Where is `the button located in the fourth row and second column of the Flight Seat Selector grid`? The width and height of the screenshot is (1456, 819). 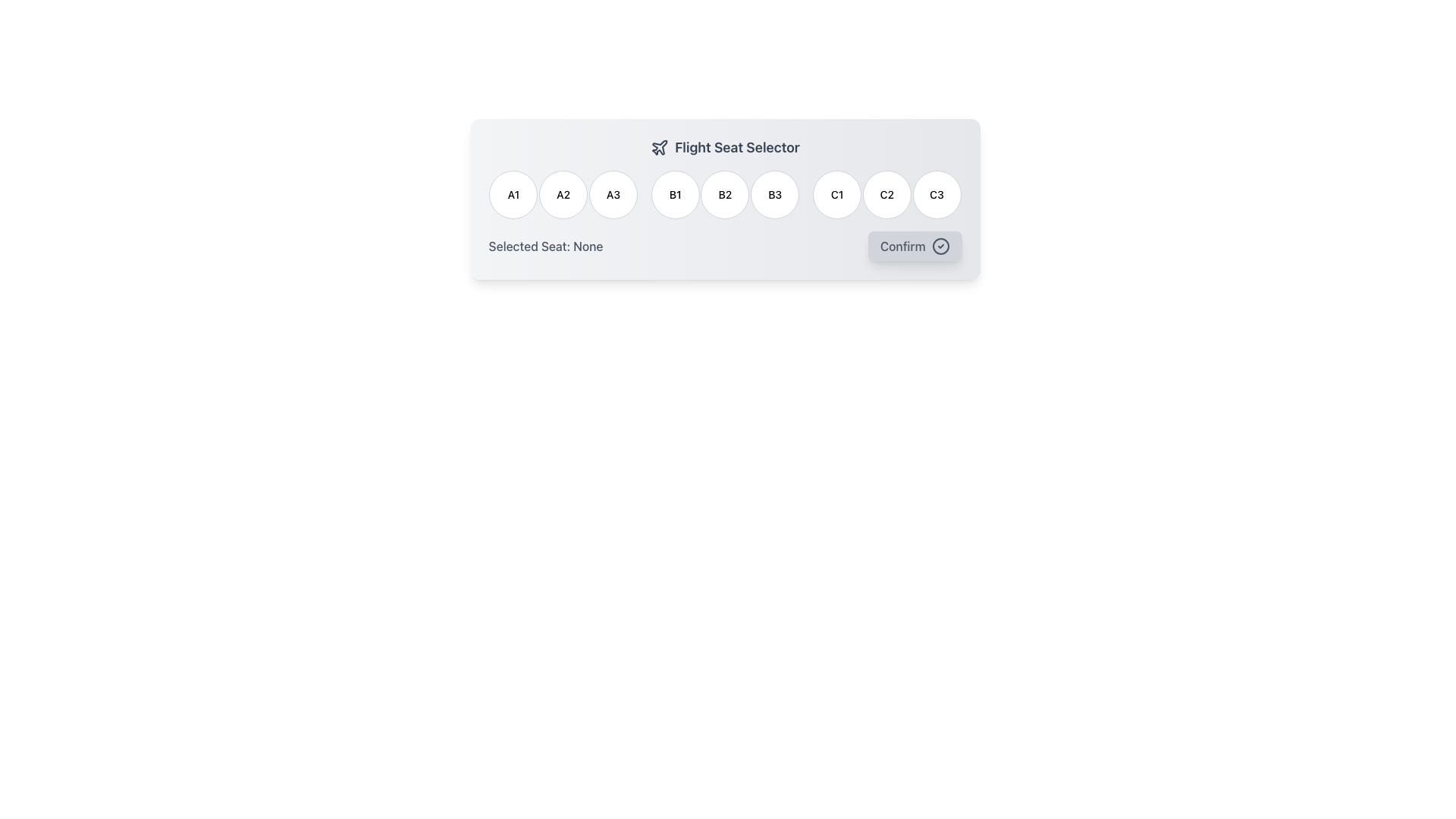 the button located in the fourth row and second column of the Flight Seat Selector grid is located at coordinates (724, 194).